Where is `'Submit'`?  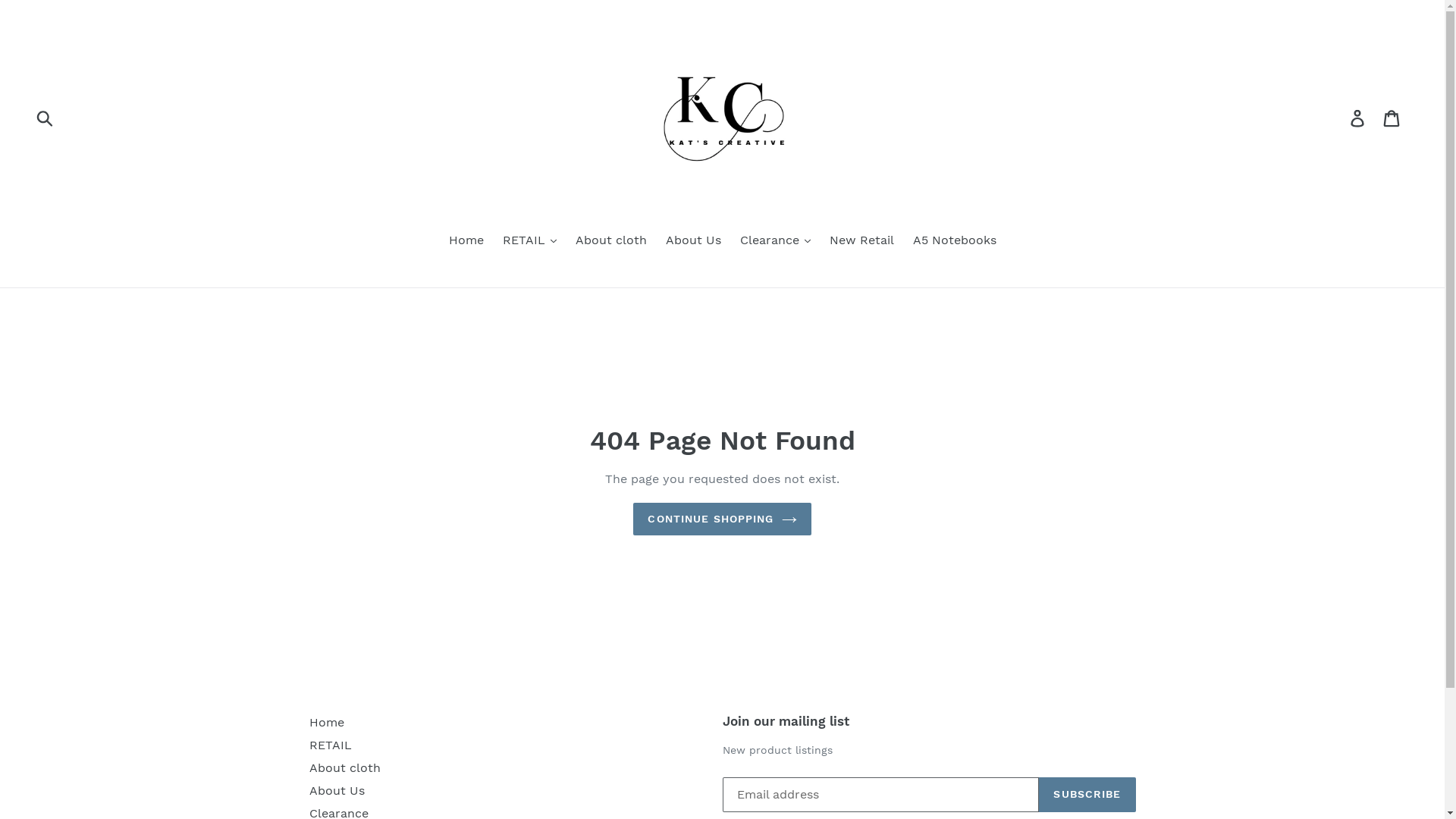 'Submit' is located at coordinates (27, 116).